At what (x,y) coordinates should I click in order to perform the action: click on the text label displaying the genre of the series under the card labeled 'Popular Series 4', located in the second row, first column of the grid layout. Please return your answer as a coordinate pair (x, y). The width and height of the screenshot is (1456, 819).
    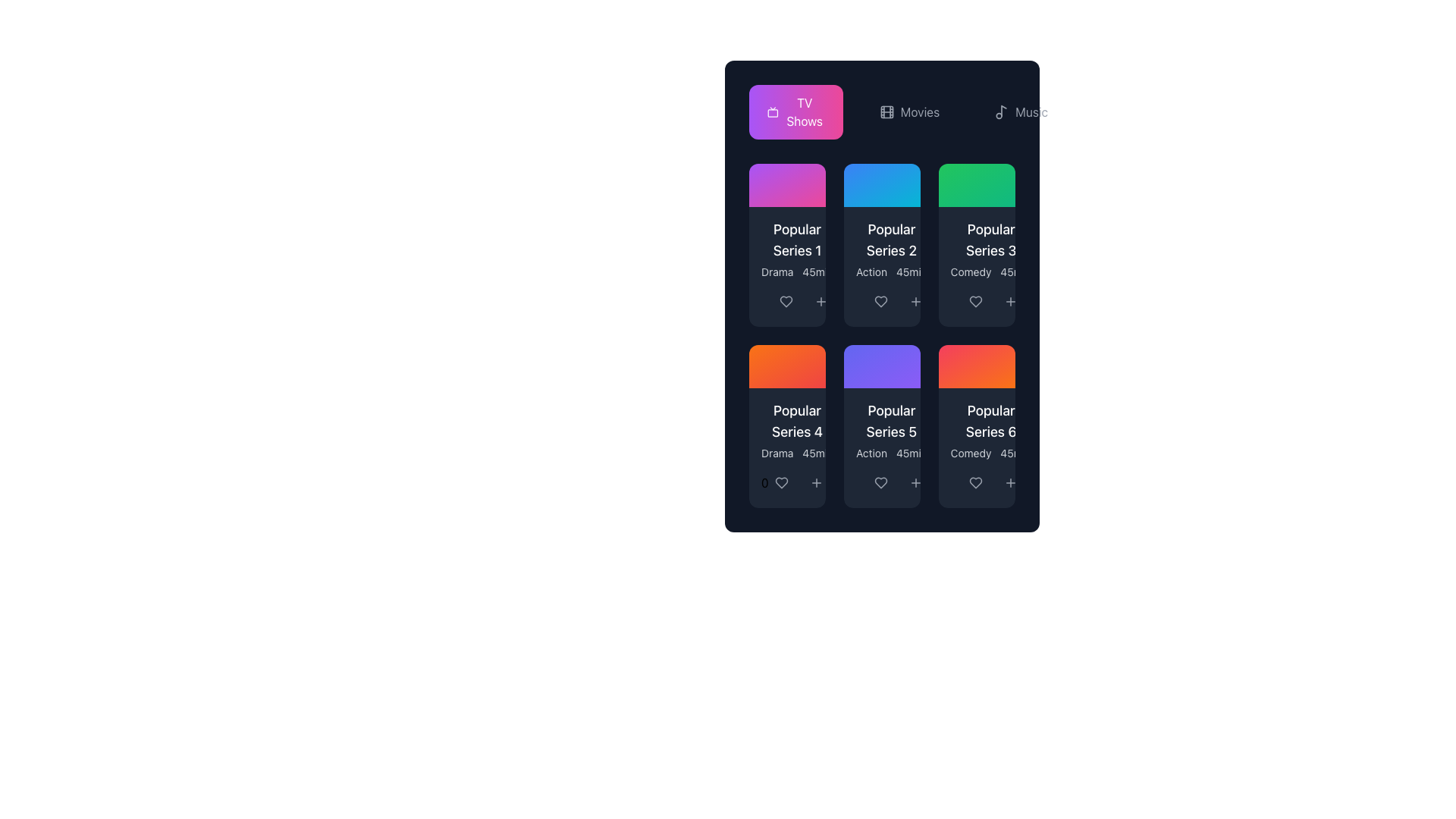
    Looking at the image, I should click on (777, 452).